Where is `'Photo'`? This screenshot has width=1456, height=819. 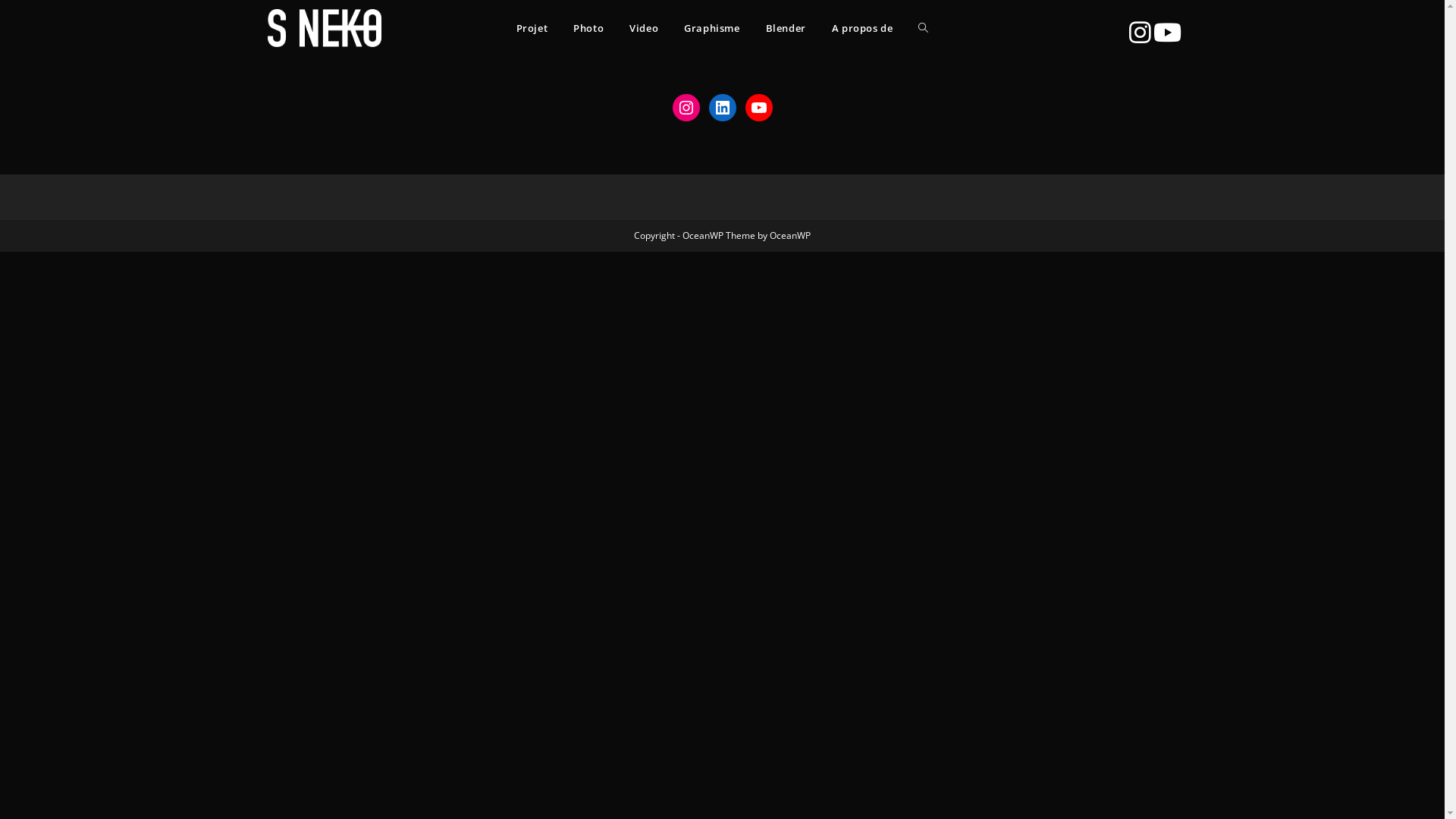
'Photo' is located at coordinates (588, 28).